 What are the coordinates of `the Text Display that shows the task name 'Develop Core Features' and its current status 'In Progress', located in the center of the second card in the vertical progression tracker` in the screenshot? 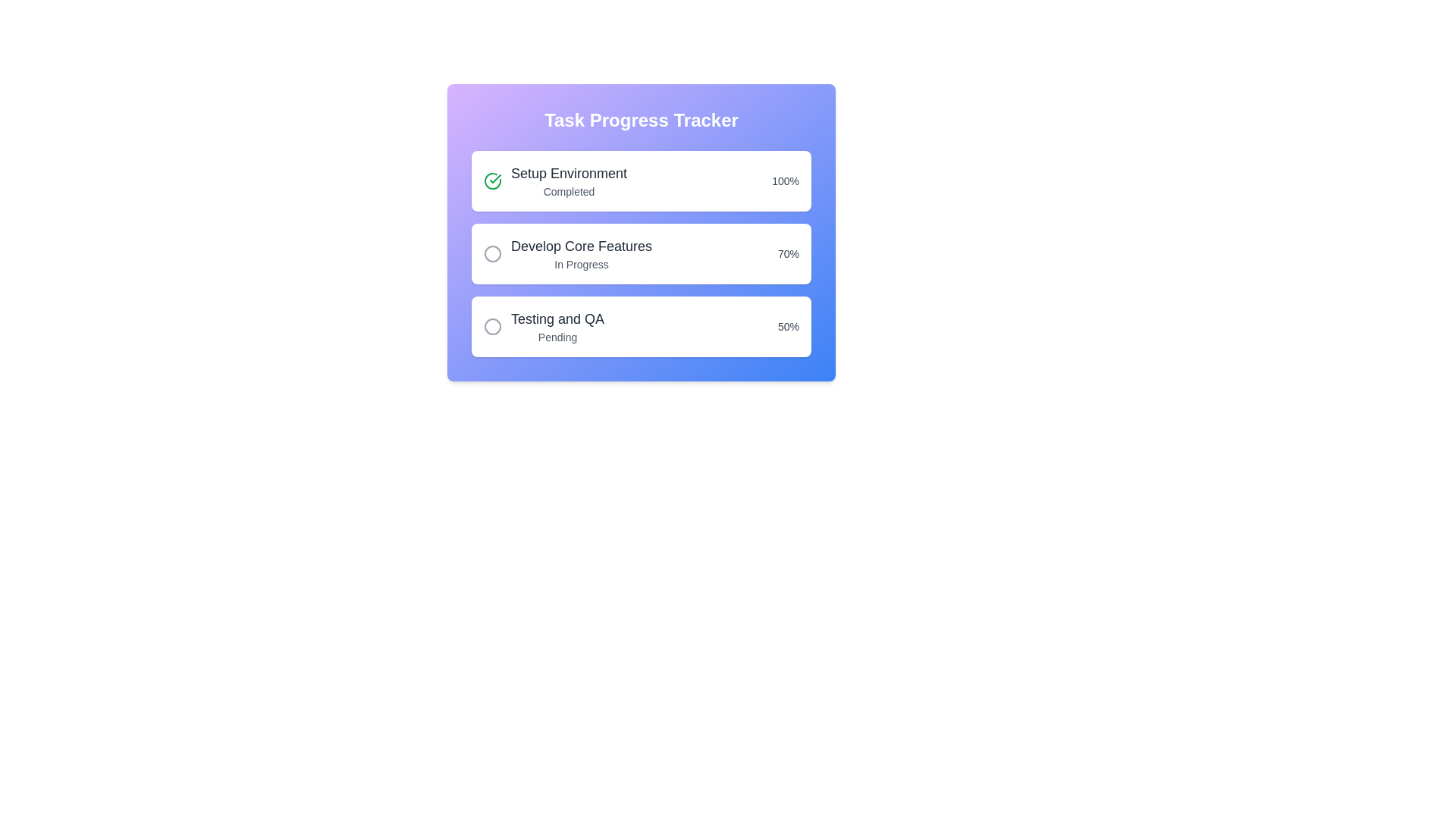 It's located at (581, 253).